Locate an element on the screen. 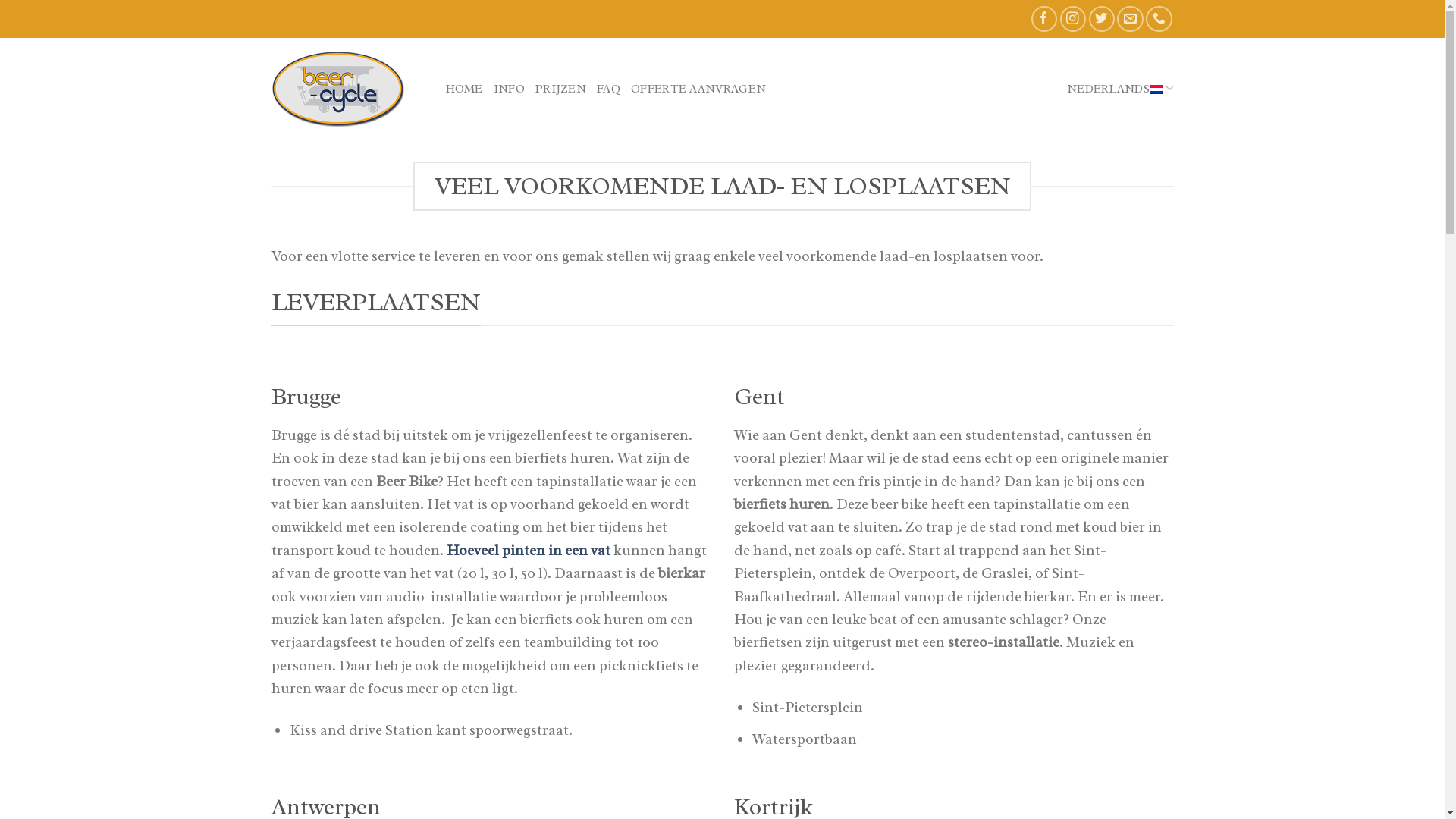 The image size is (1456, 819). 'Bel ons' is located at coordinates (1146, 19).